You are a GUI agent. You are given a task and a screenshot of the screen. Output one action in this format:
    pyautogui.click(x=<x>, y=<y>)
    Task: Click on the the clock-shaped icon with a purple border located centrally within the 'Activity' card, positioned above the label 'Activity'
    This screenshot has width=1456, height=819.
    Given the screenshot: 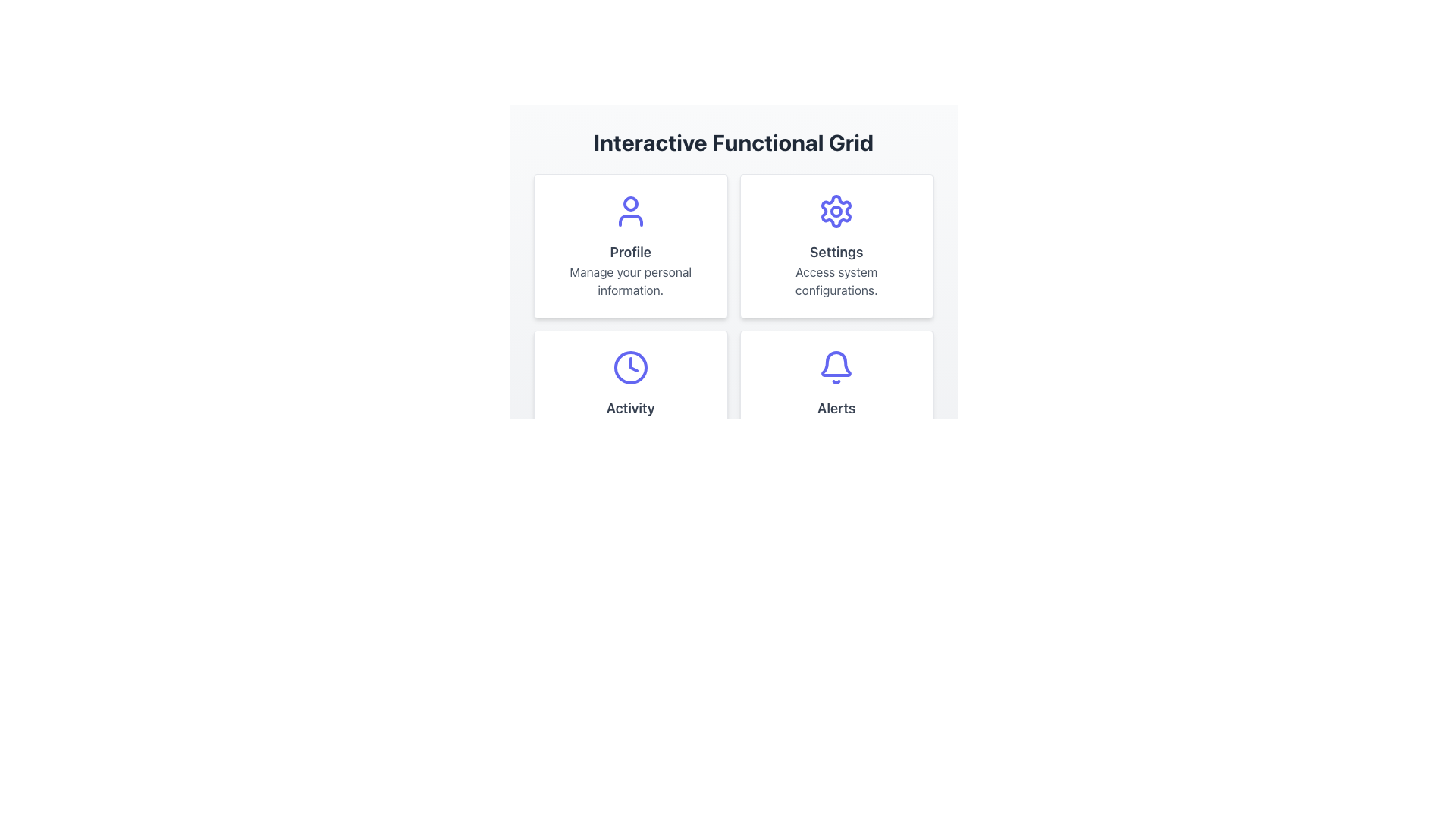 What is the action you would take?
    pyautogui.click(x=630, y=368)
    